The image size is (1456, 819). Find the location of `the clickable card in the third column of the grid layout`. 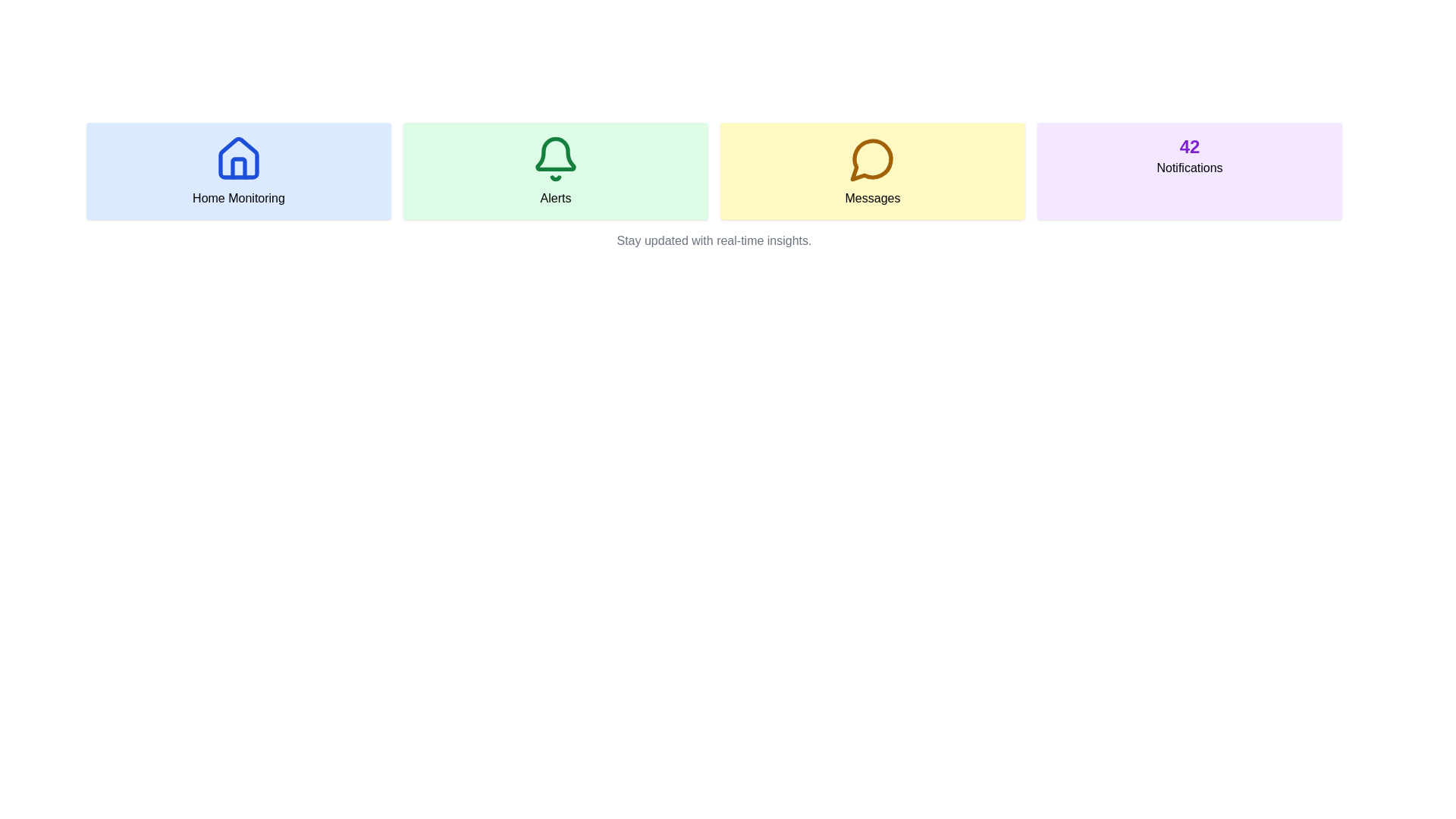

the clickable card in the third column of the grid layout is located at coordinates (873, 171).